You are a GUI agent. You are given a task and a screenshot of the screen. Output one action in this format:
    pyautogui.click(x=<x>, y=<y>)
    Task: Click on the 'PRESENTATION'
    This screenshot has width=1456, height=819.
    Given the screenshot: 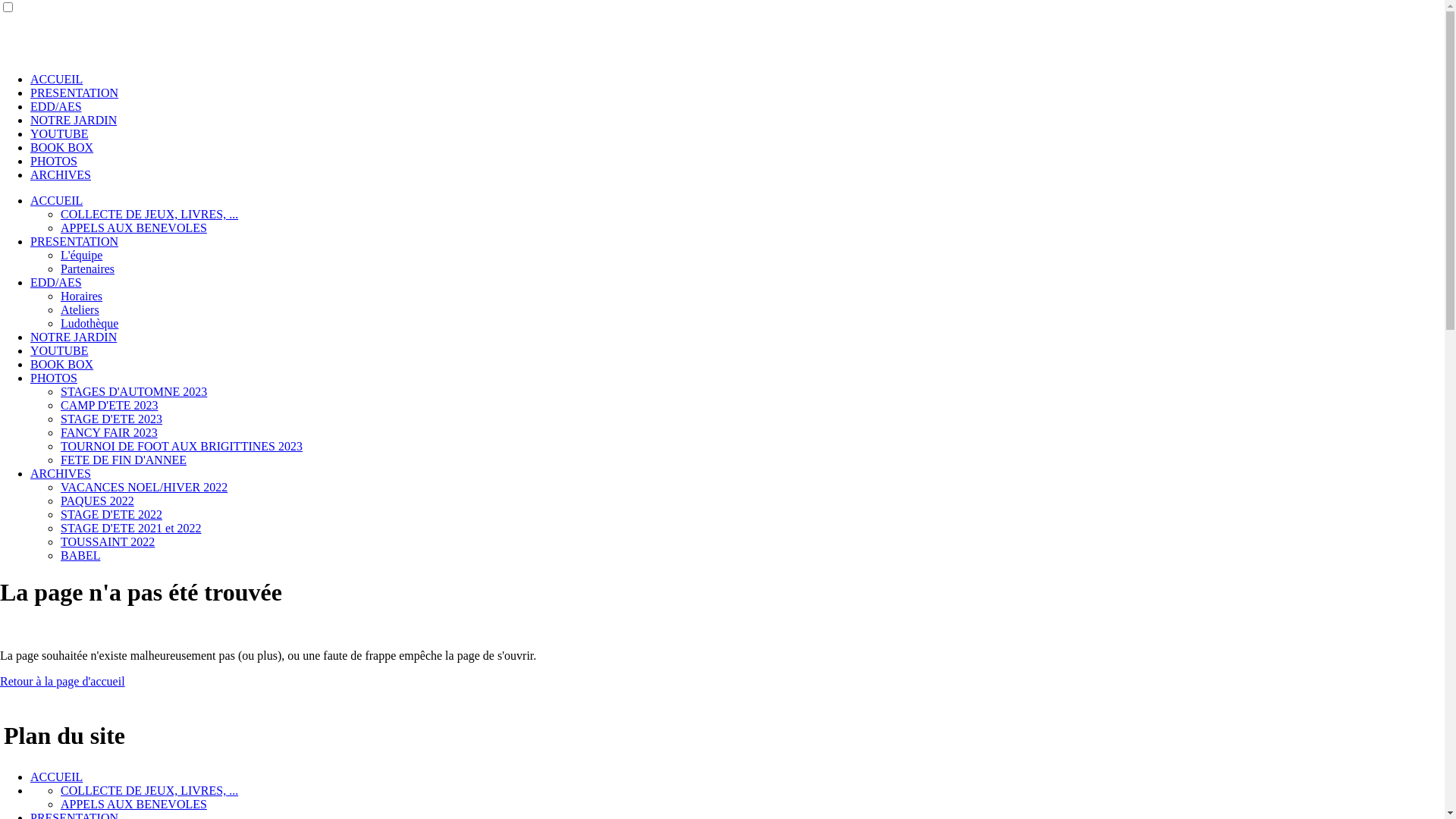 What is the action you would take?
    pyautogui.click(x=73, y=93)
    